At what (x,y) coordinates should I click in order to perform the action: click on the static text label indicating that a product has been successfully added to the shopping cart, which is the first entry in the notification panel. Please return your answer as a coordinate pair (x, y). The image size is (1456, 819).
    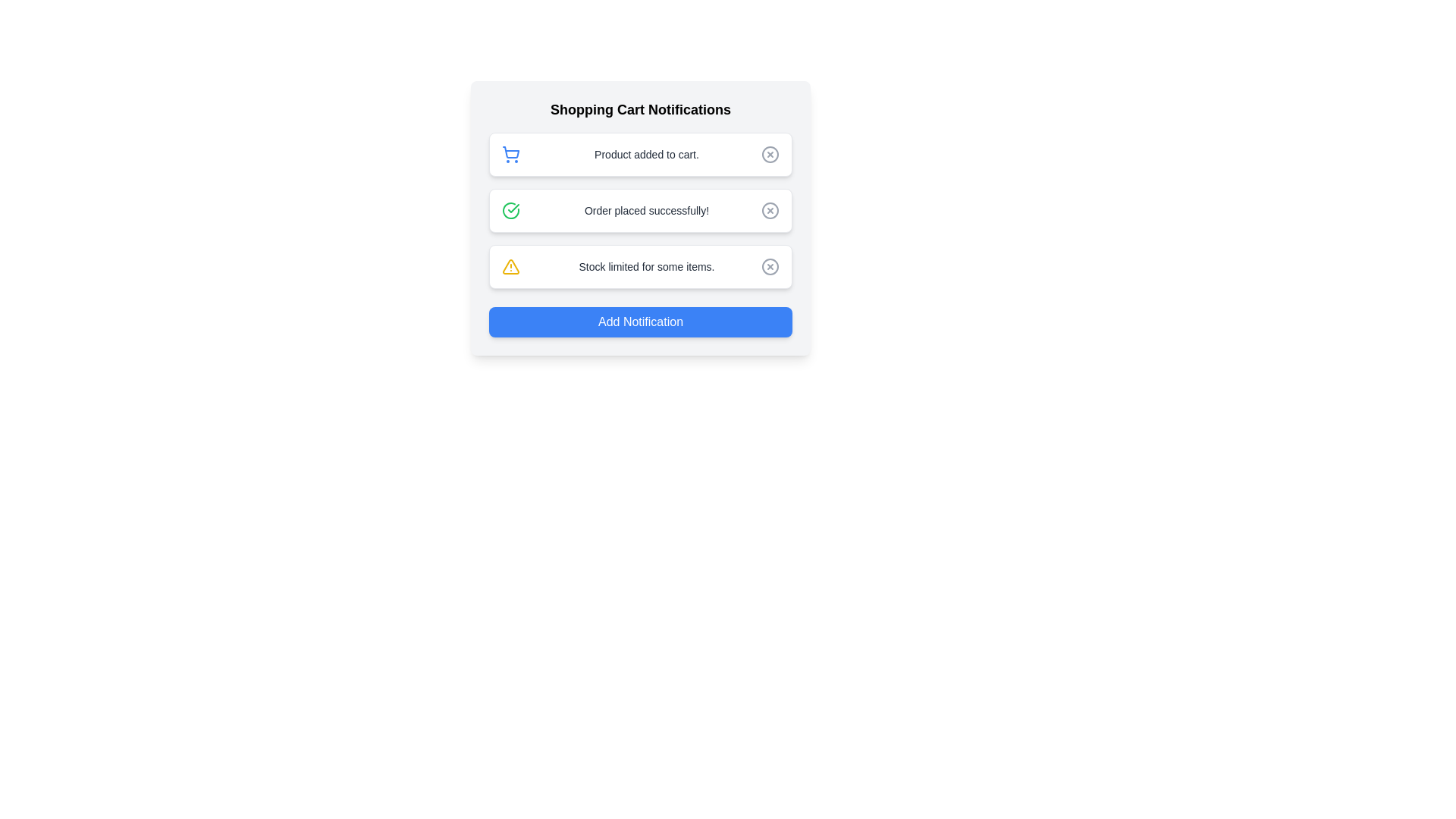
    Looking at the image, I should click on (647, 155).